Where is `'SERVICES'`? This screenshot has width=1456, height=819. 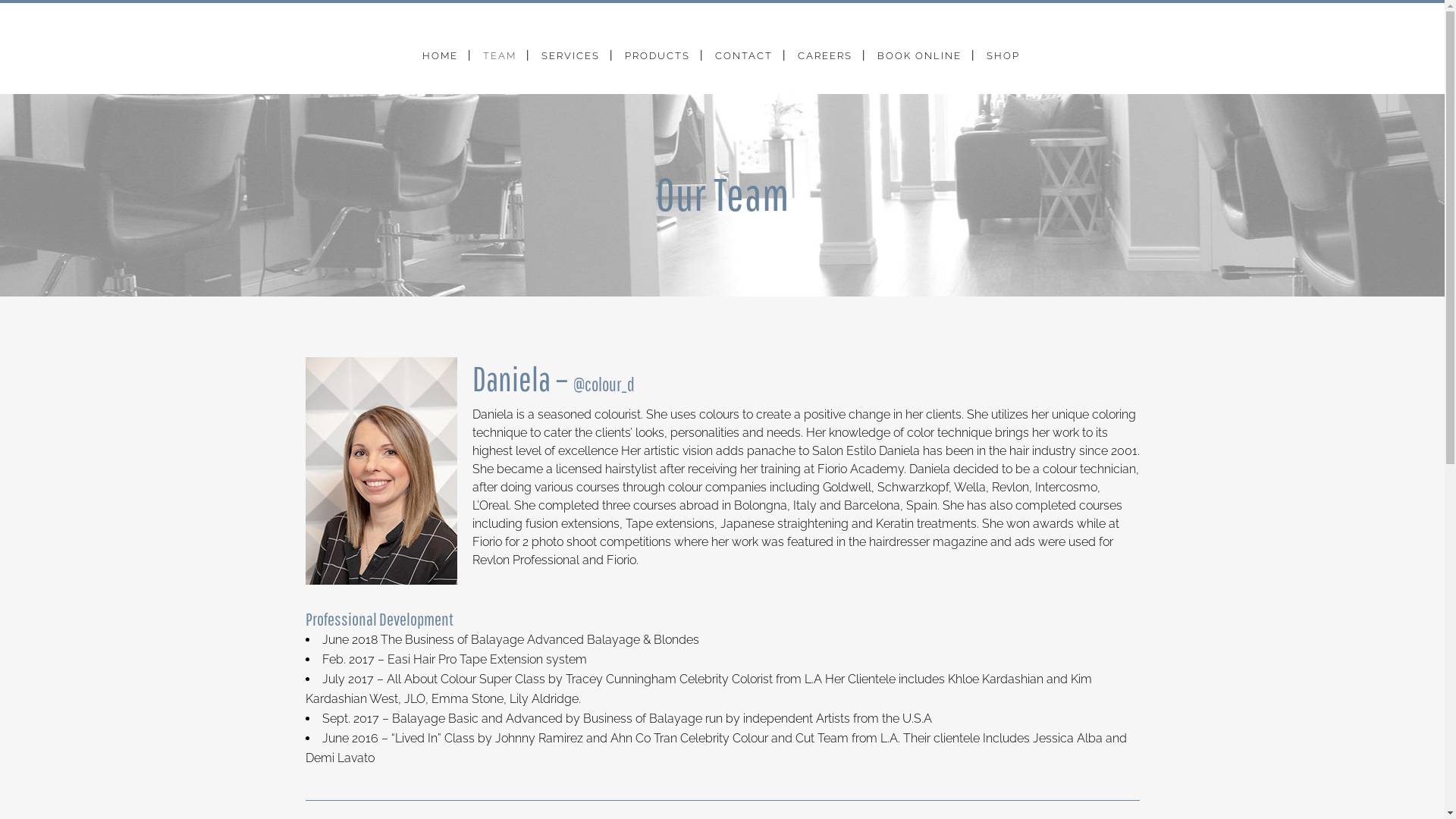
'SERVICES' is located at coordinates (569, 55).